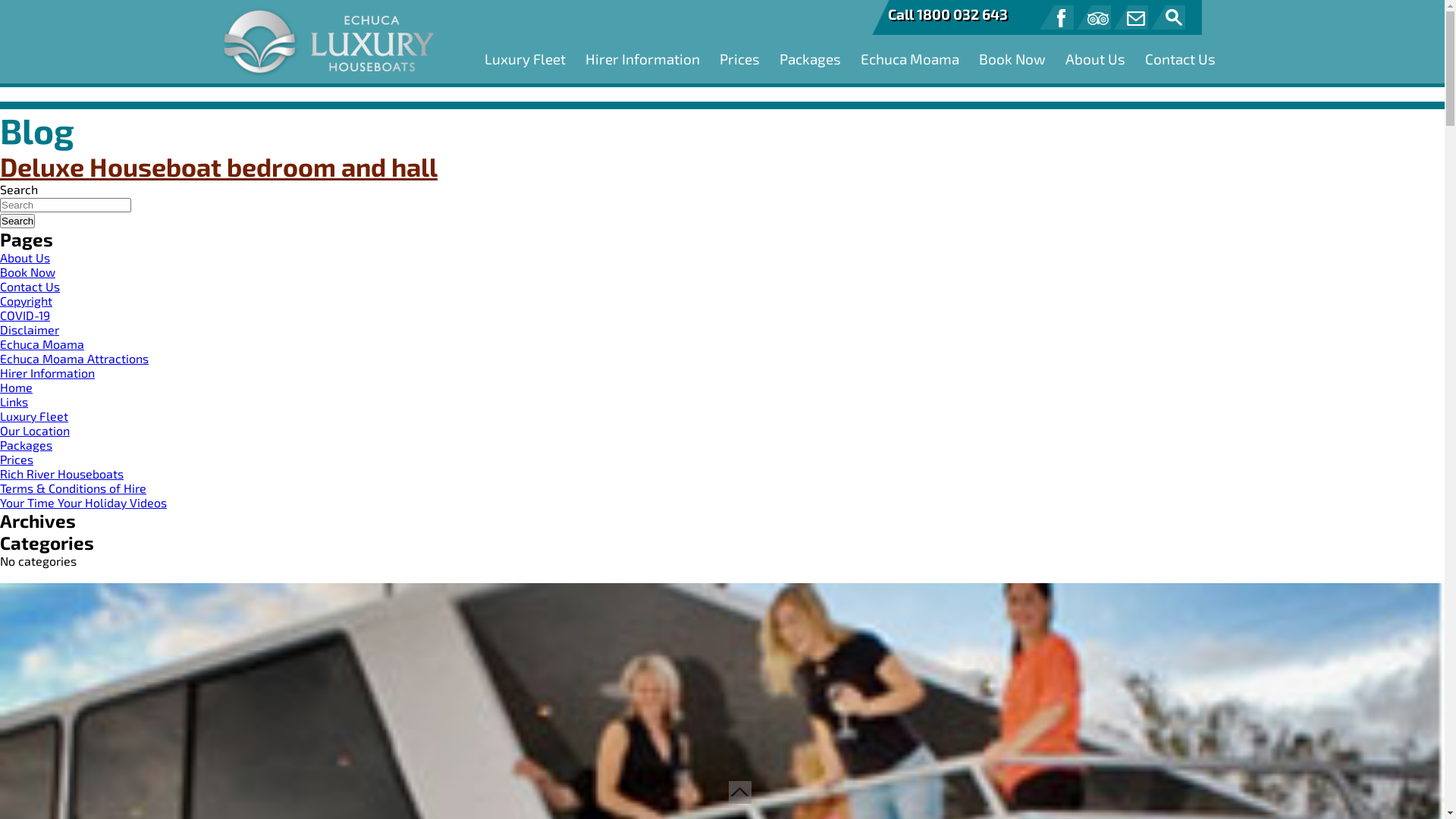  What do you see at coordinates (0, 488) in the screenshot?
I see `'Terms & Conditions of Hire'` at bounding box center [0, 488].